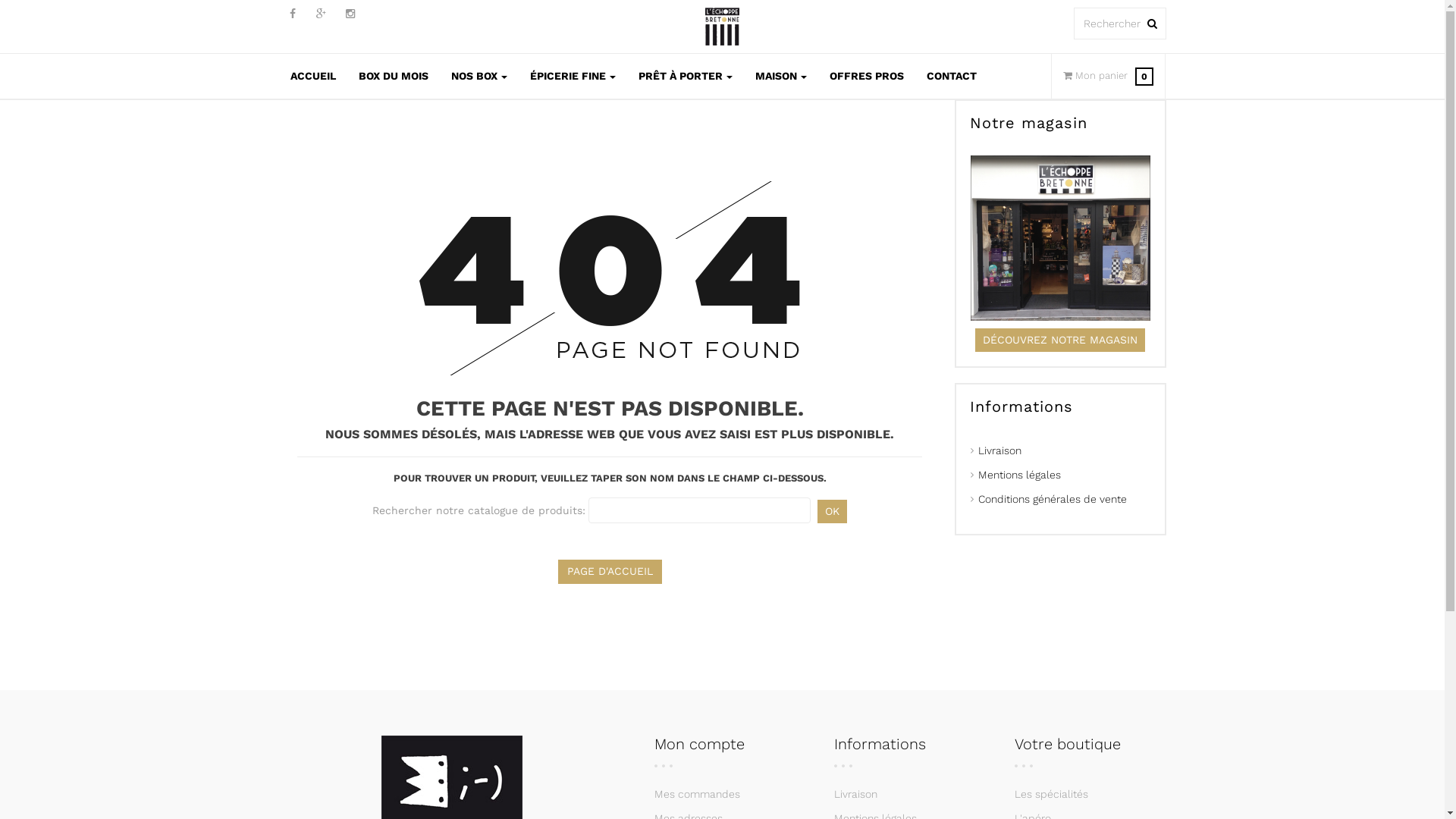 Image resolution: width=1456 pixels, height=819 pixels. Describe the element at coordinates (479, 76) in the screenshot. I see `'NOS BOX'` at that location.